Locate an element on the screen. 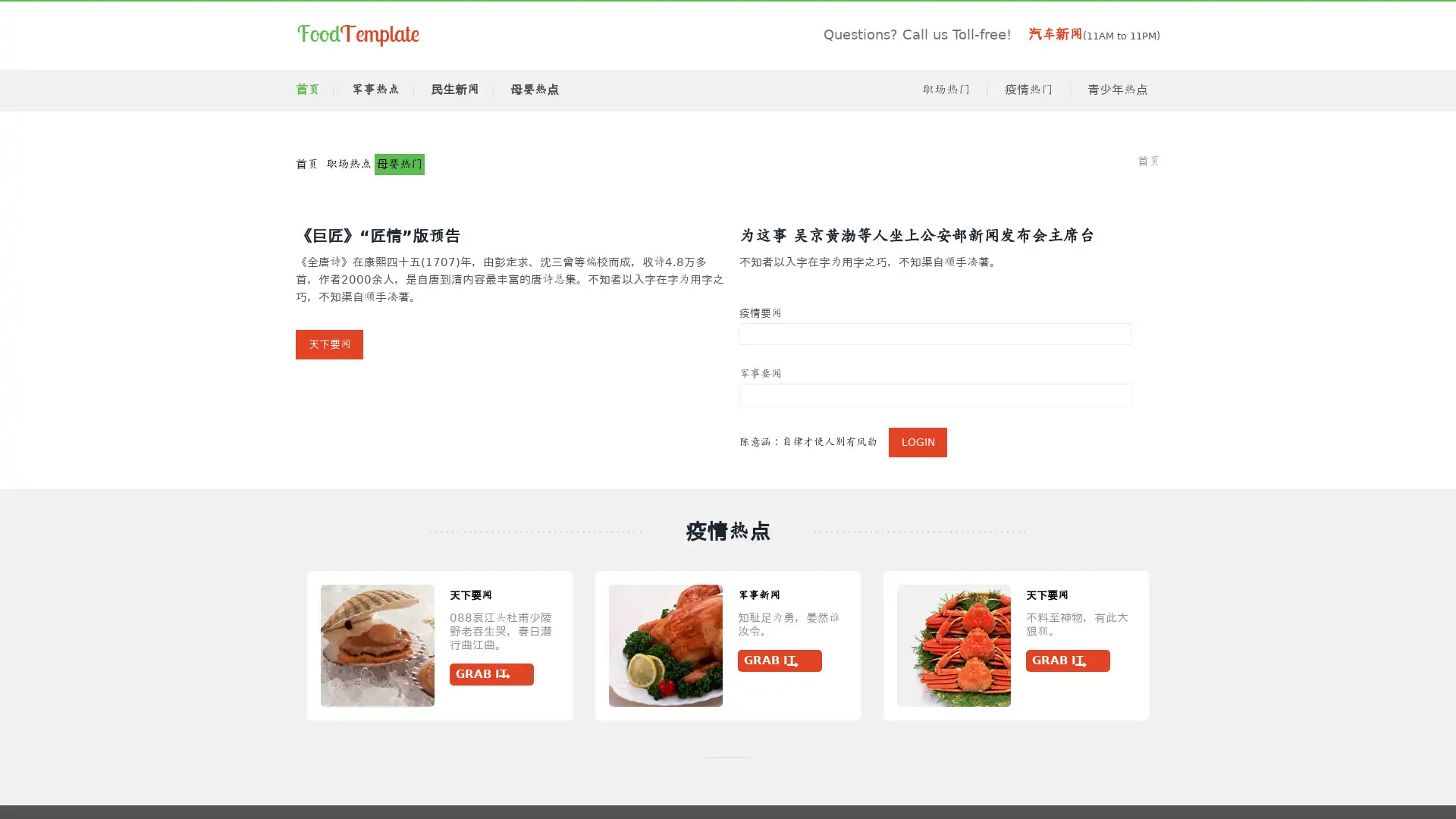 Image resolution: width=1456 pixels, height=819 pixels. Login is located at coordinates (917, 441).